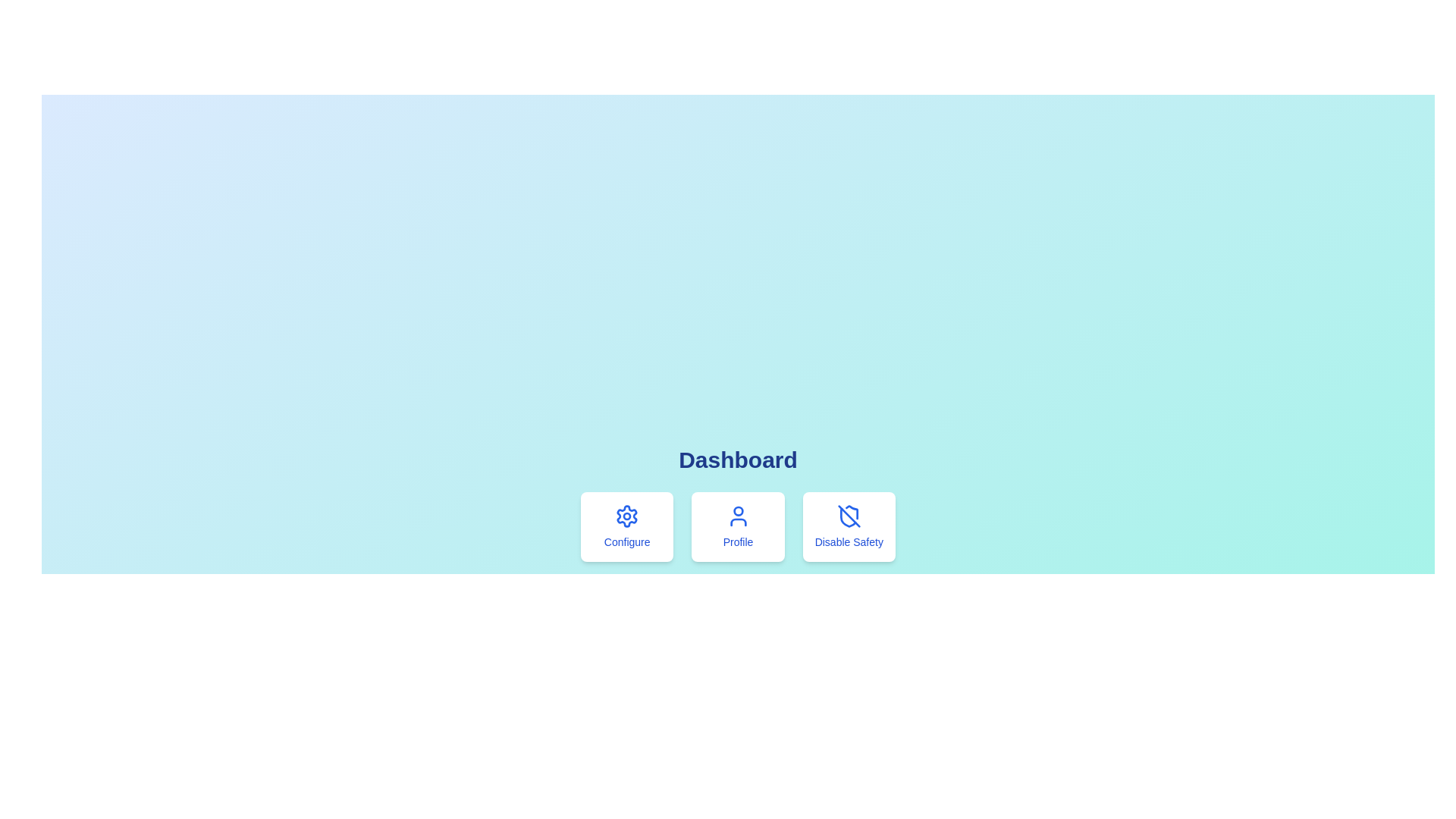  Describe the element at coordinates (738, 504) in the screenshot. I see `the 'Profile' button, which has a white background, rounded corners, and a blue icon and label, located centrally under the 'Dashboard' title` at that location.